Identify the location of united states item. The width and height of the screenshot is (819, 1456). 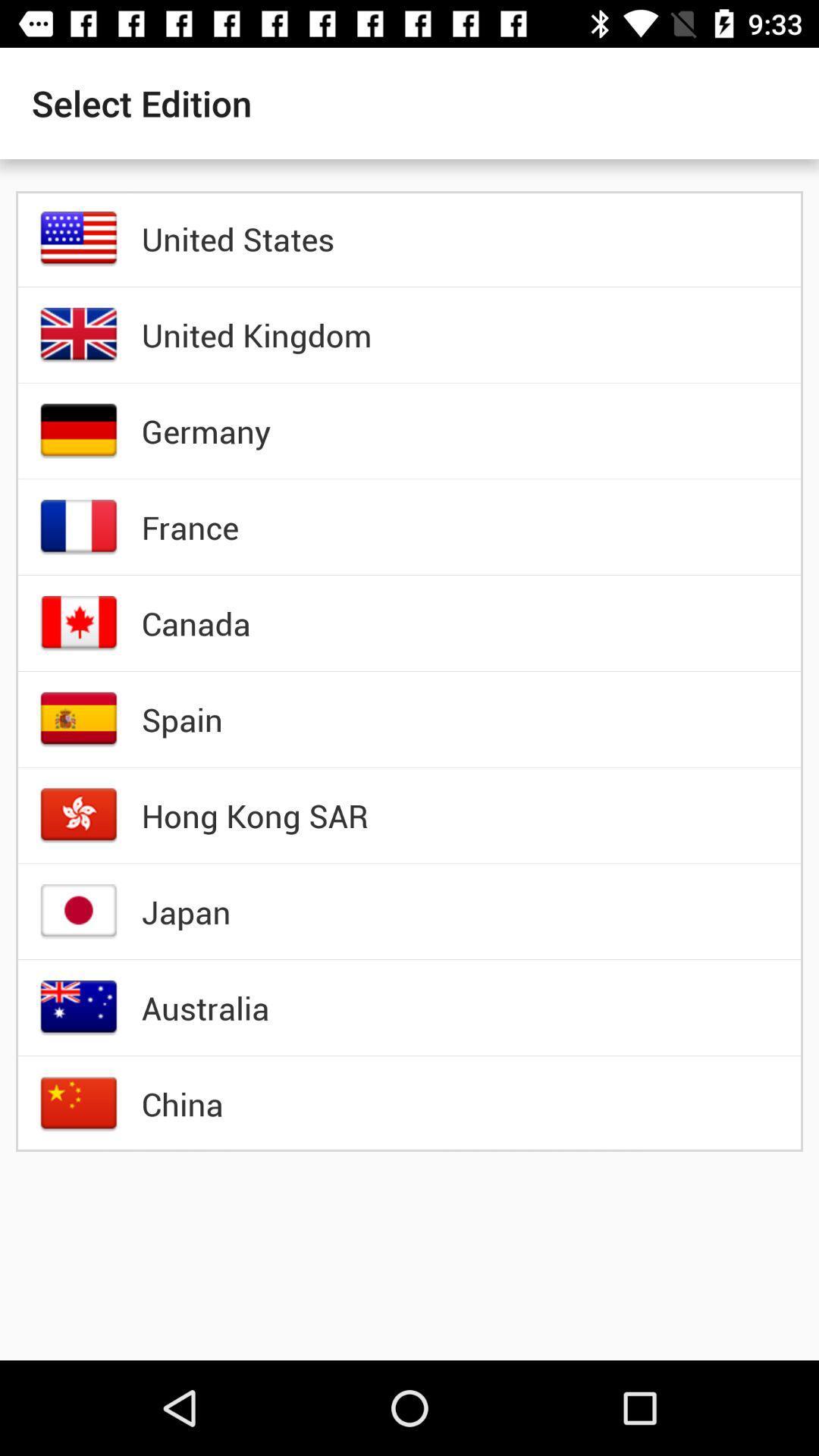
(237, 238).